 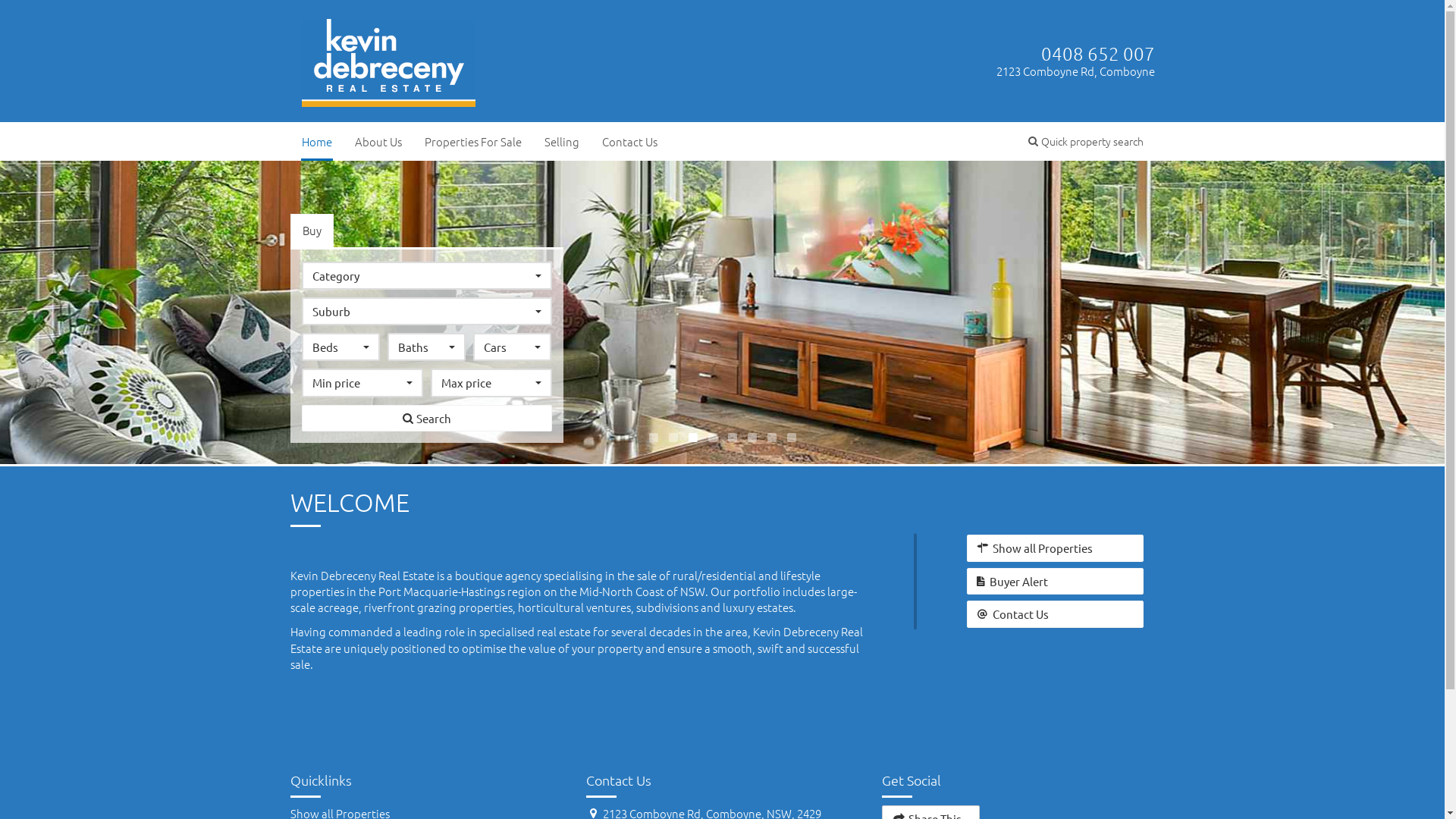 I want to click on 'Show all Properties', so click(x=1054, y=548).